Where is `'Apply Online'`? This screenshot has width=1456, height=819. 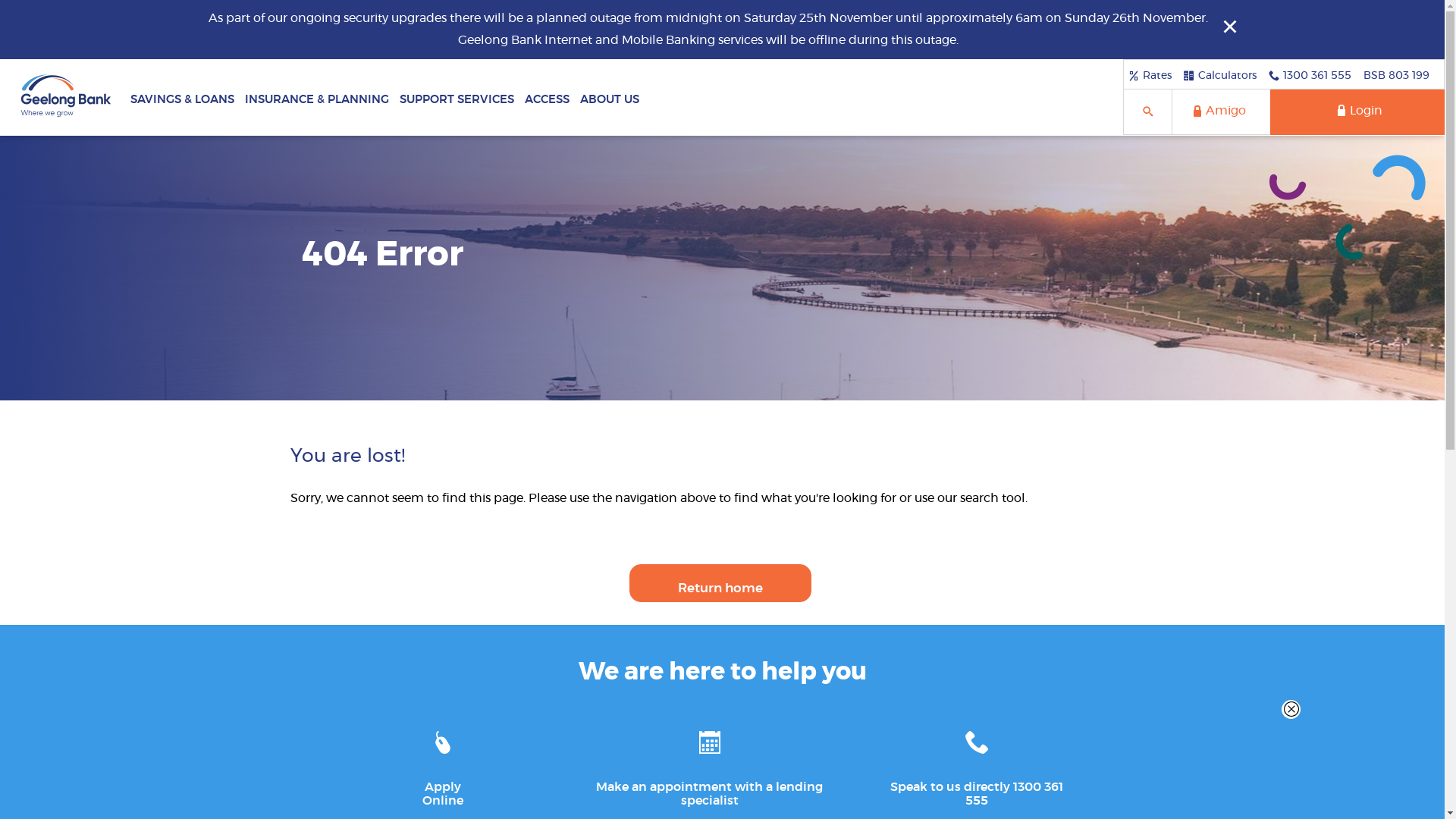
'Apply Online' is located at coordinates (403, 763).